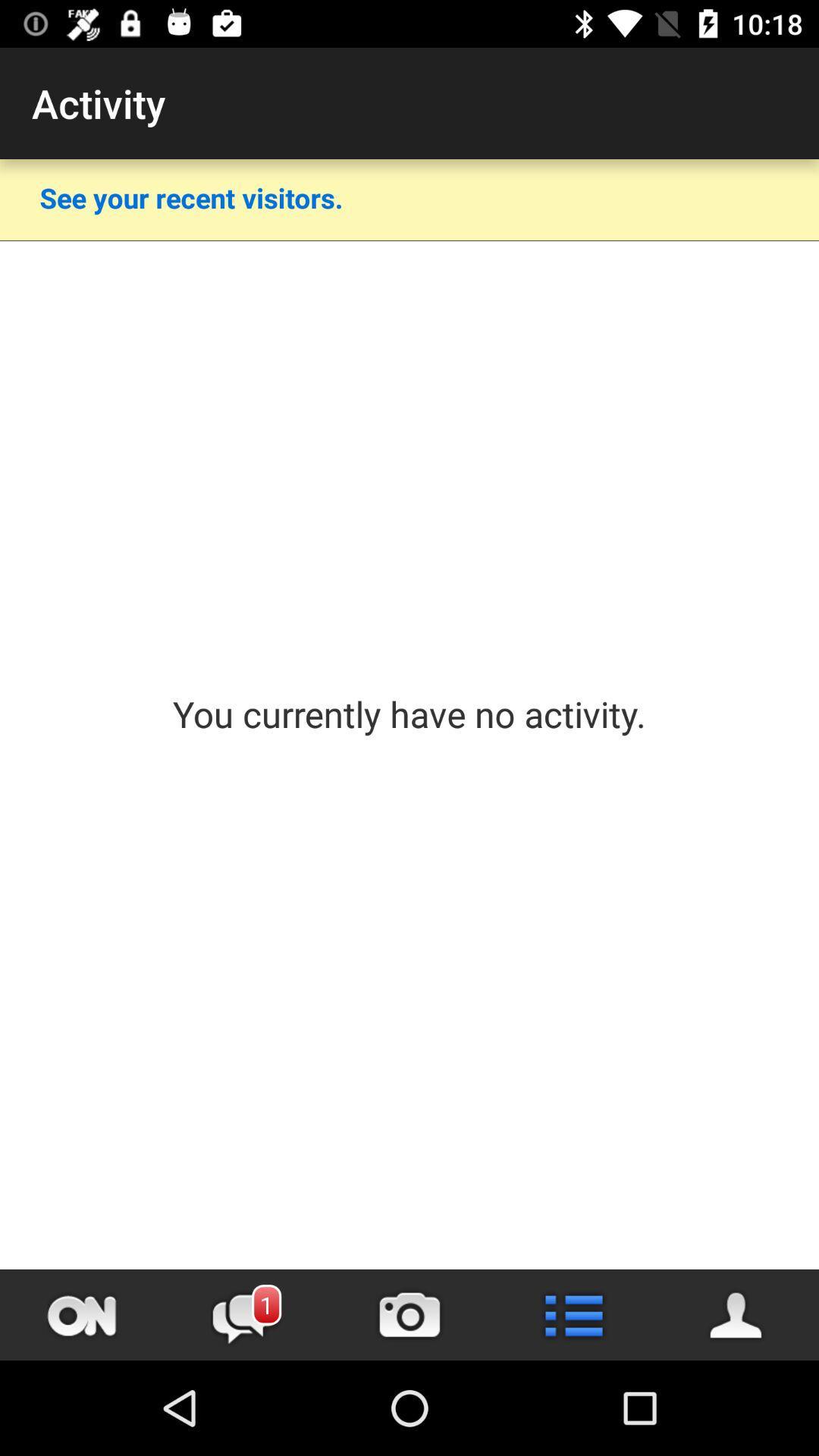 The width and height of the screenshot is (819, 1456). Describe the element at coordinates (736, 1314) in the screenshot. I see `the avatar icon` at that location.